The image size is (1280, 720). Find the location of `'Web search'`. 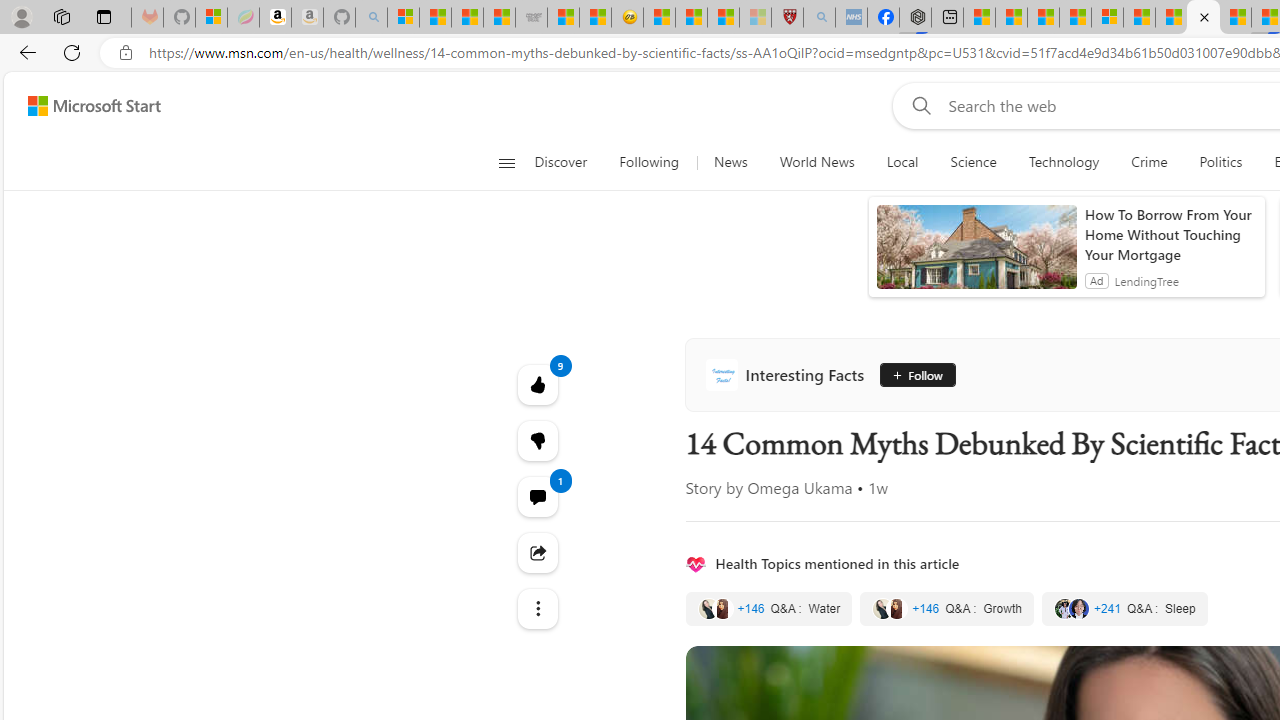

'Web search' is located at coordinates (916, 105).